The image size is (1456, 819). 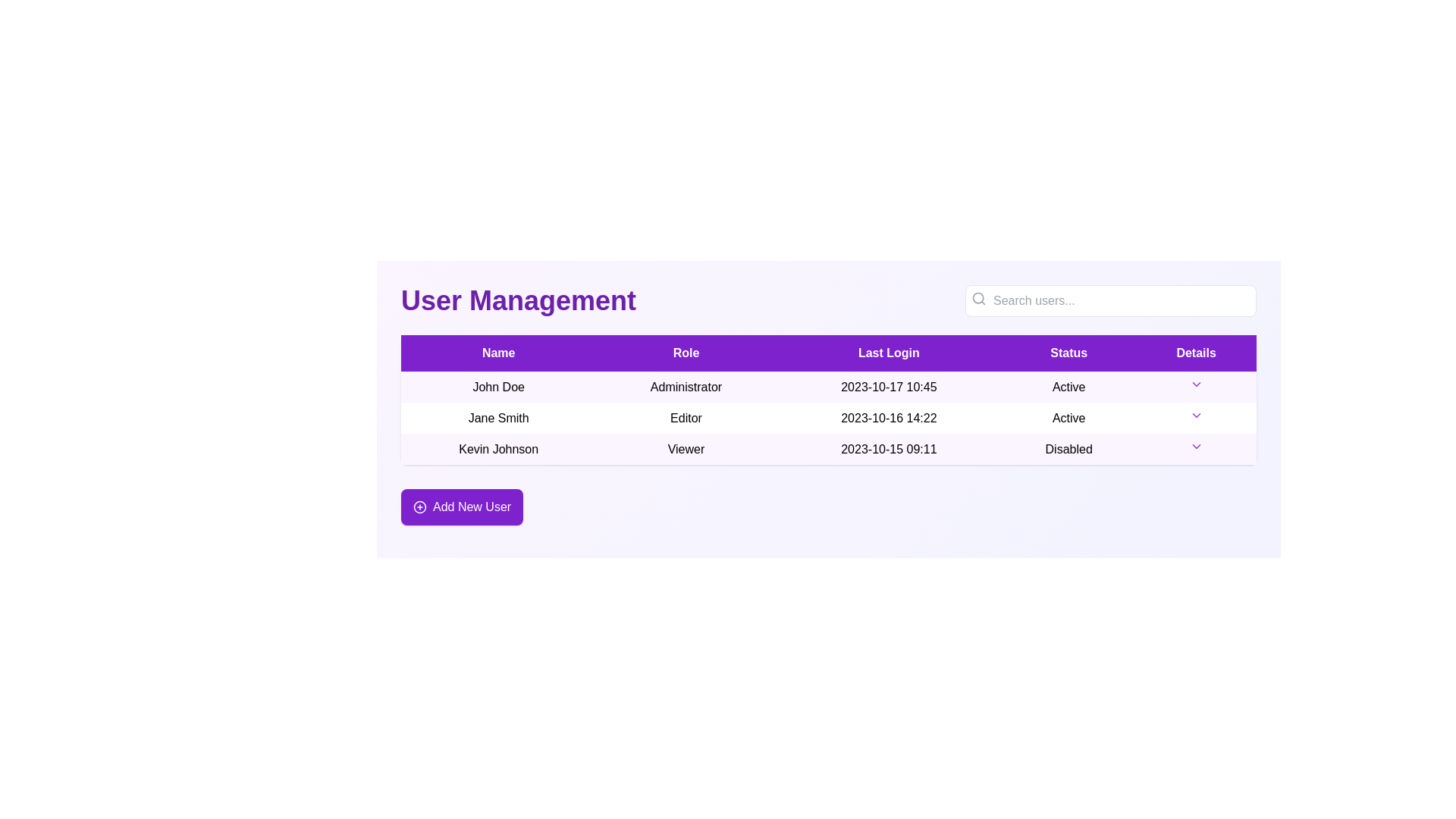 I want to click on on the text display field showing the name 'John Doe' under the 'Name' column, so click(x=498, y=386).